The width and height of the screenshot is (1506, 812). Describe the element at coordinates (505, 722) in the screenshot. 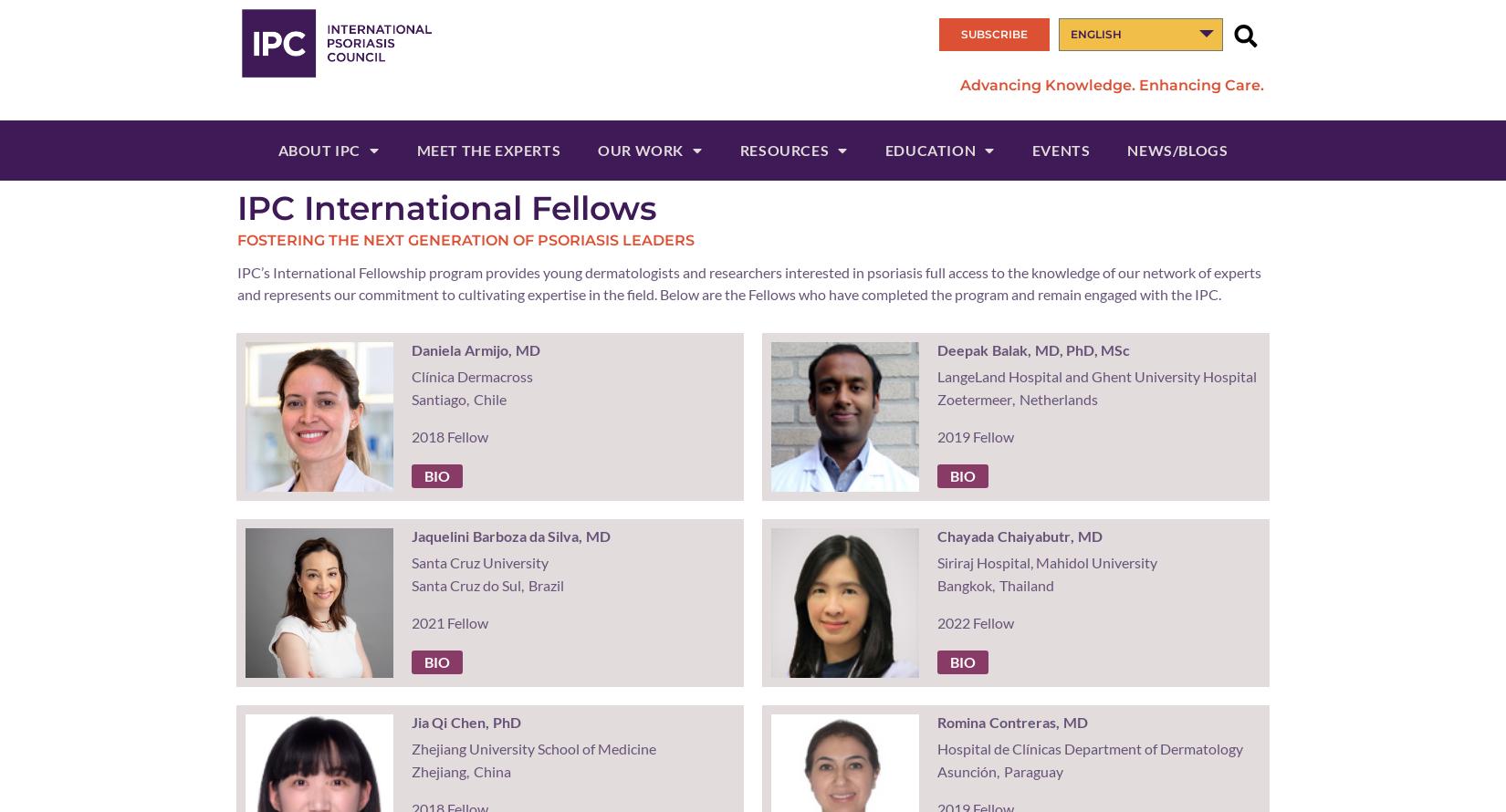

I see `'PhD'` at that location.